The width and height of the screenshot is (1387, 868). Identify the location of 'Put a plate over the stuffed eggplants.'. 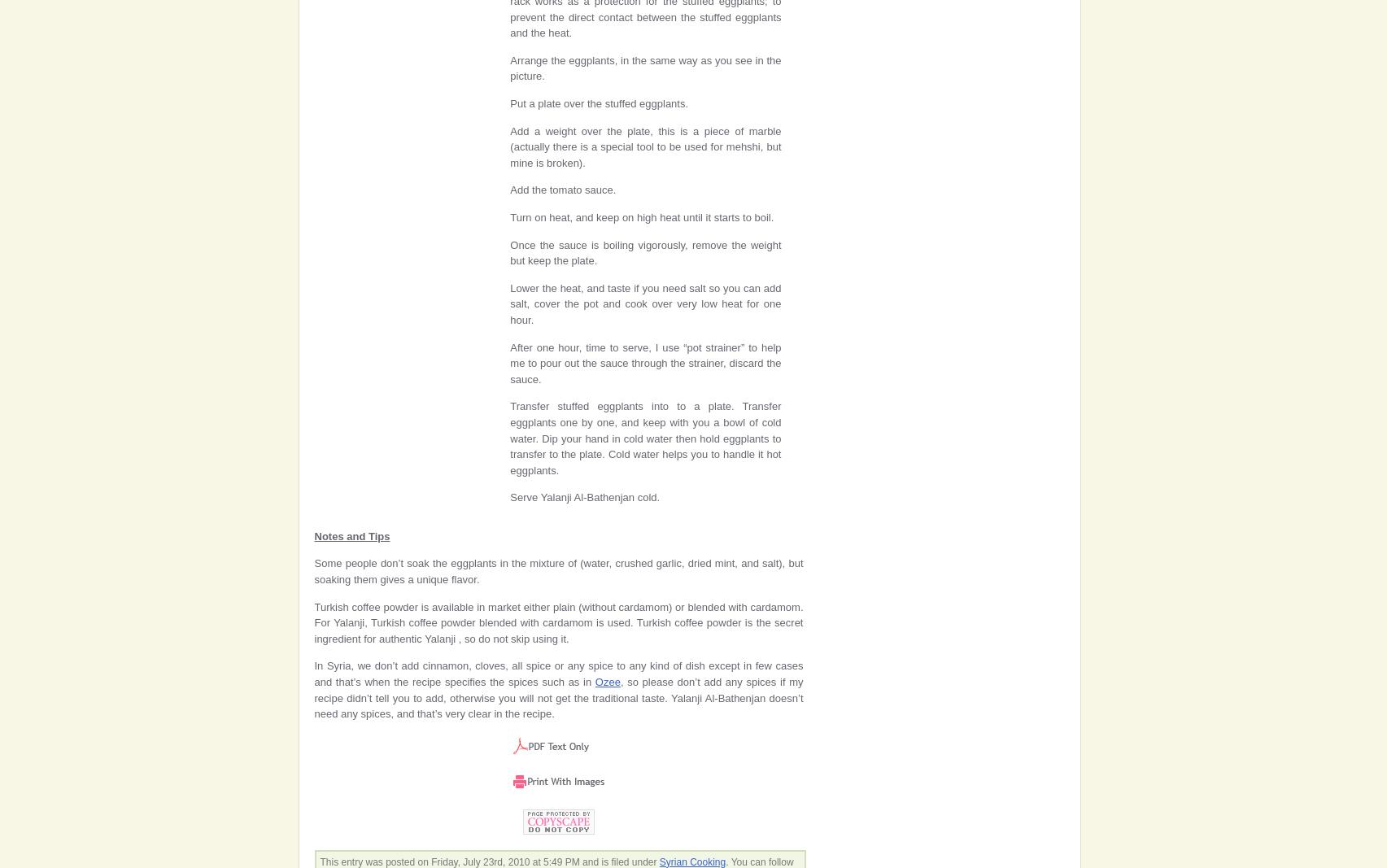
(599, 103).